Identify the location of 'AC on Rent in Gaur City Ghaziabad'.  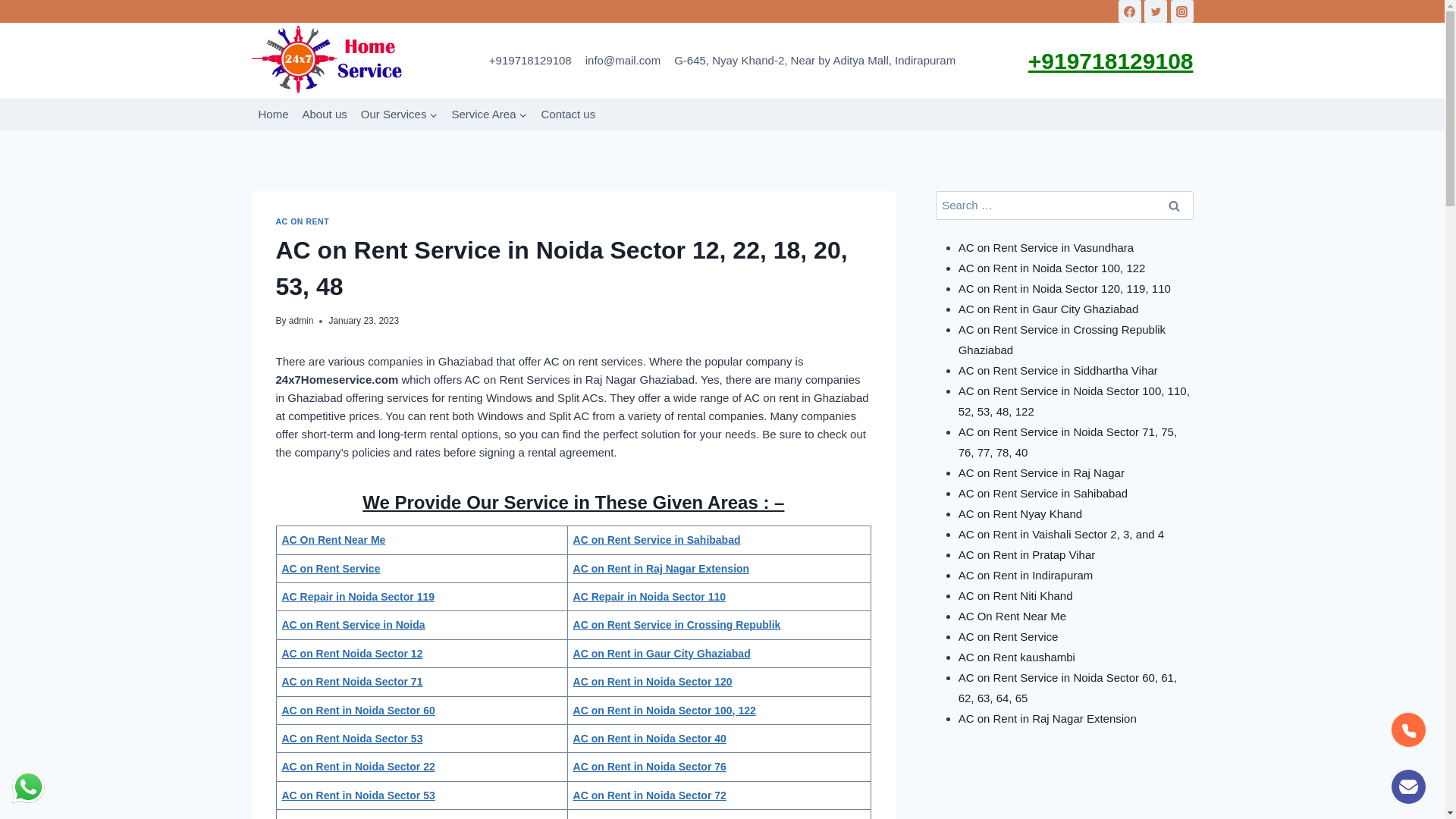
(662, 652).